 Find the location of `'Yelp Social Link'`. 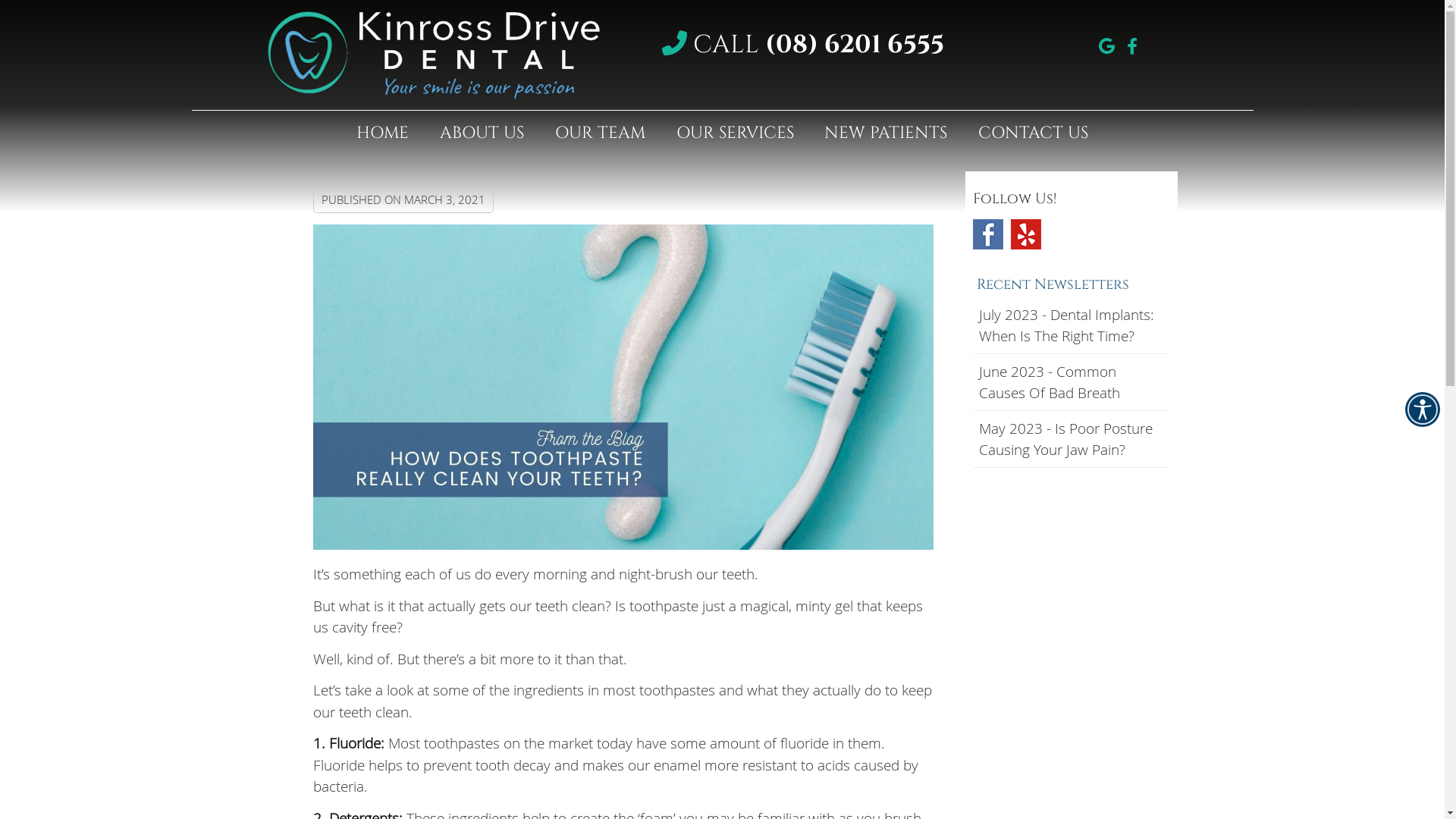

'Yelp Social Link' is located at coordinates (1025, 234).